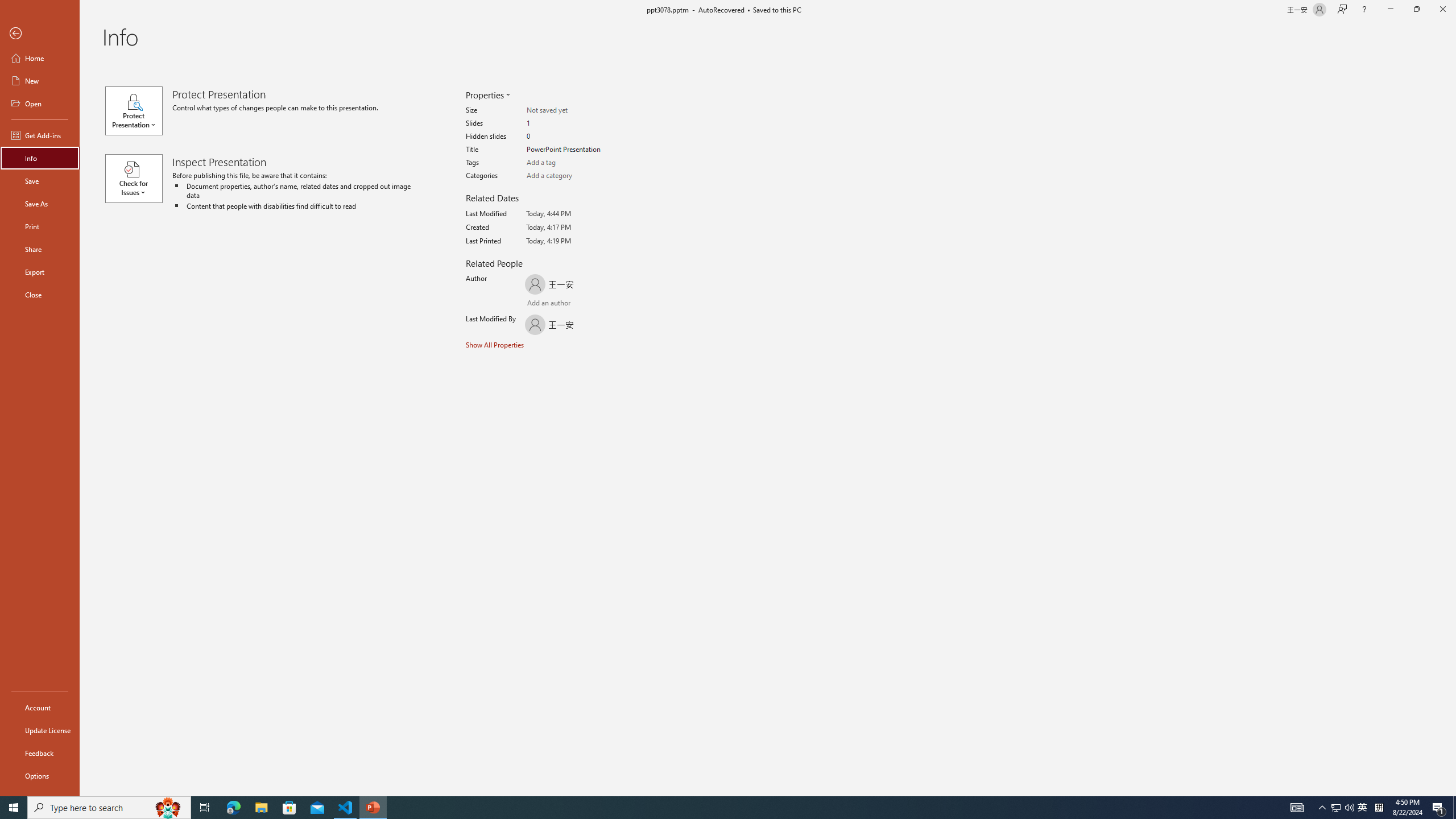 This screenshot has width=1456, height=819. I want to click on 'Tags', so click(570, 163).